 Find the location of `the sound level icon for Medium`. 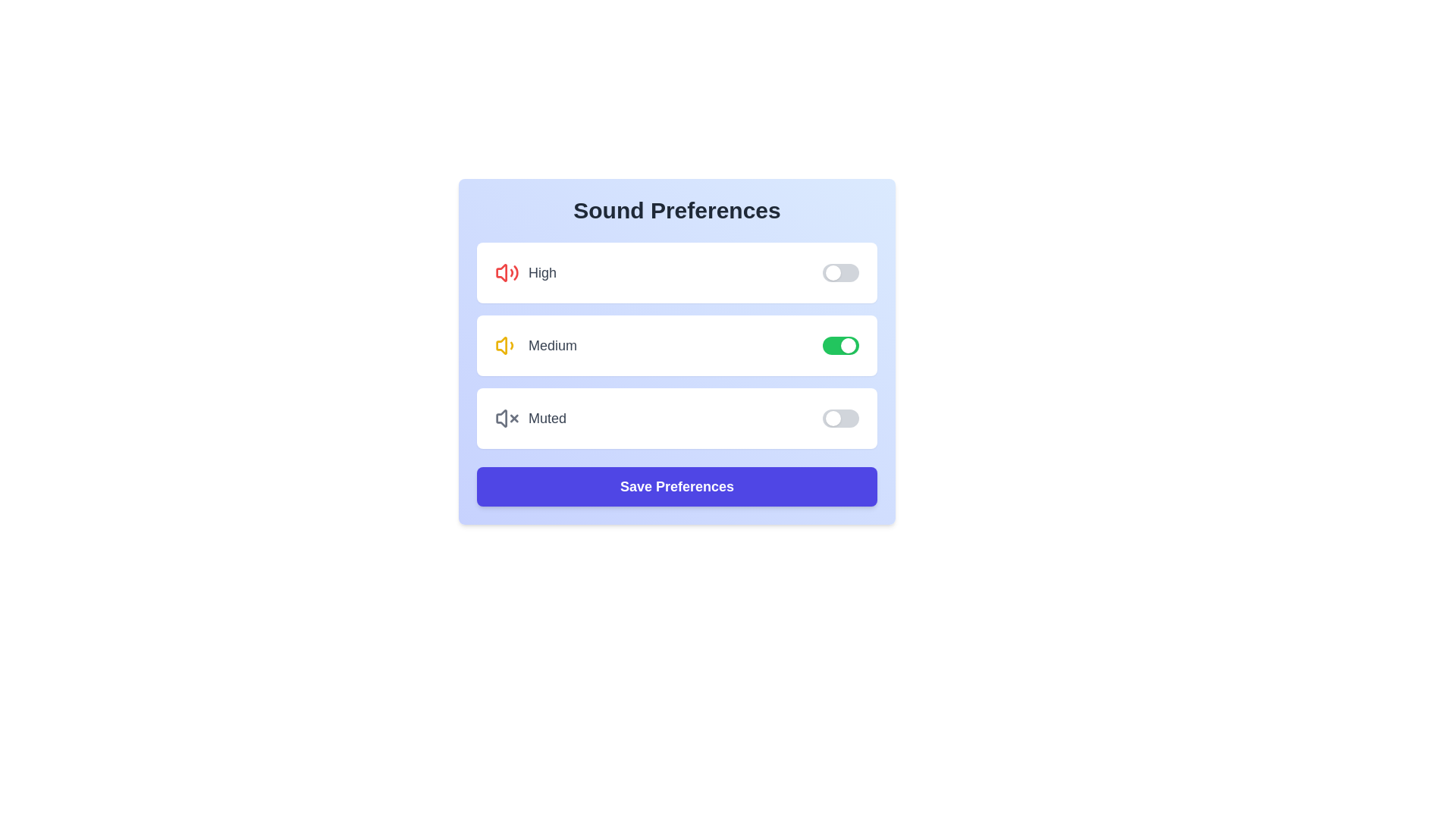

the sound level icon for Medium is located at coordinates (507, 345).